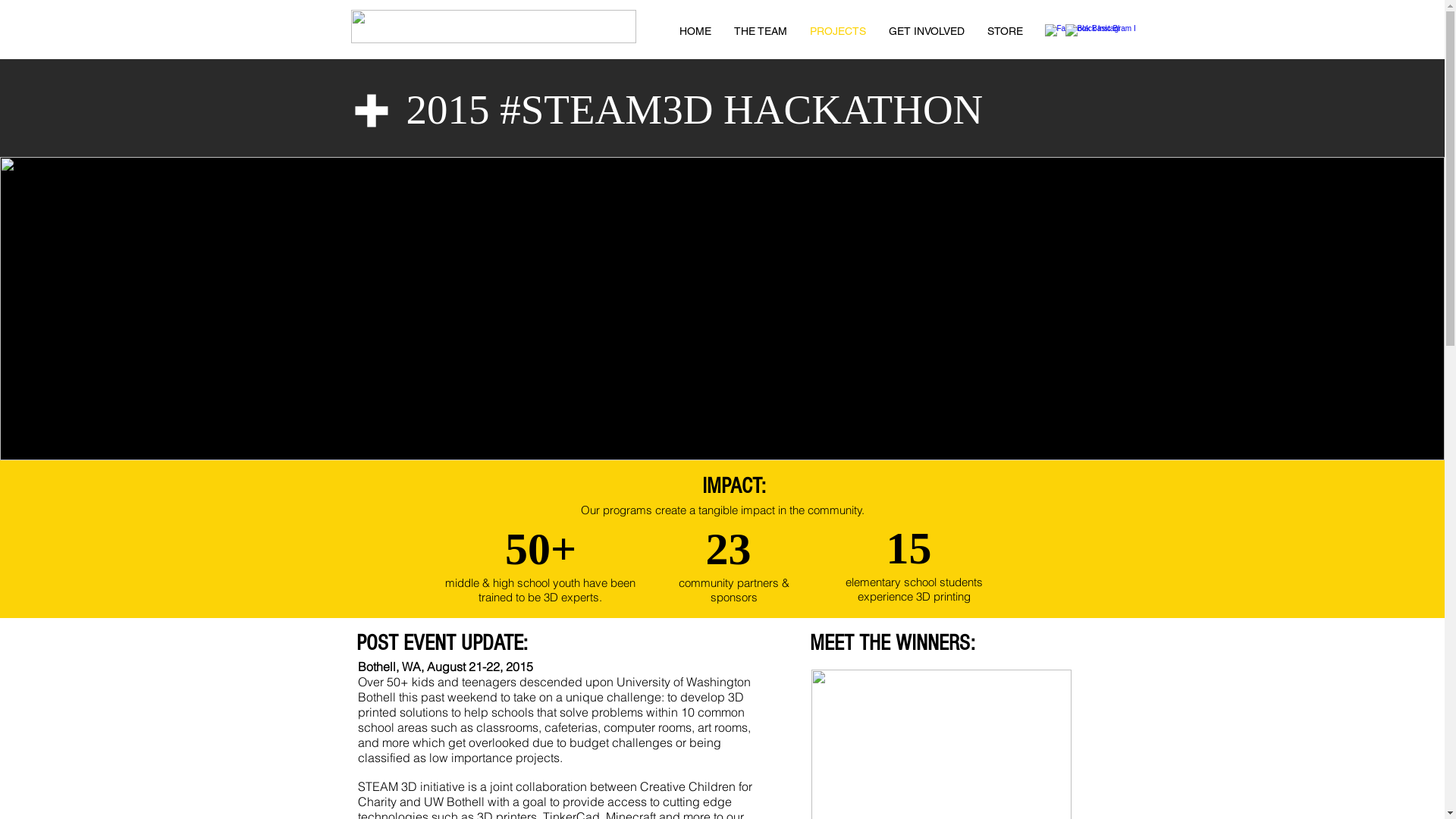 Image resolution: width=1456 pixels, height=819 pixels. What do you see at coordinates (760, 31) in the screenshot?
I see `'THE TEAM'` at bounding box center [760, 31].